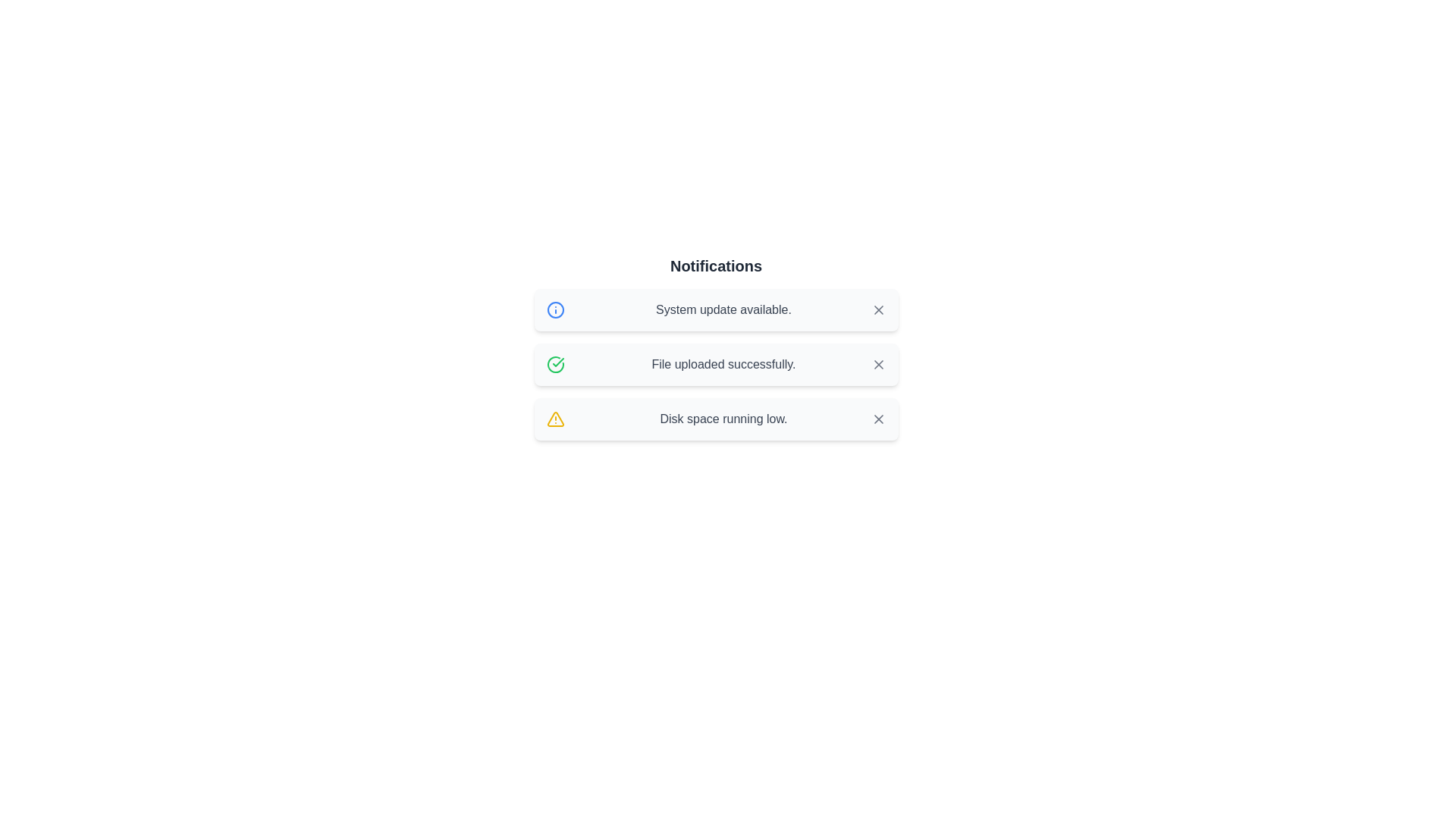  What do you see at coordinates (554, 365) in the screenshot?
I see `the circular icon with a green outline and checkmark, which visually indicates that the file has been uploaded successfully` at bounding box center [554, 365].